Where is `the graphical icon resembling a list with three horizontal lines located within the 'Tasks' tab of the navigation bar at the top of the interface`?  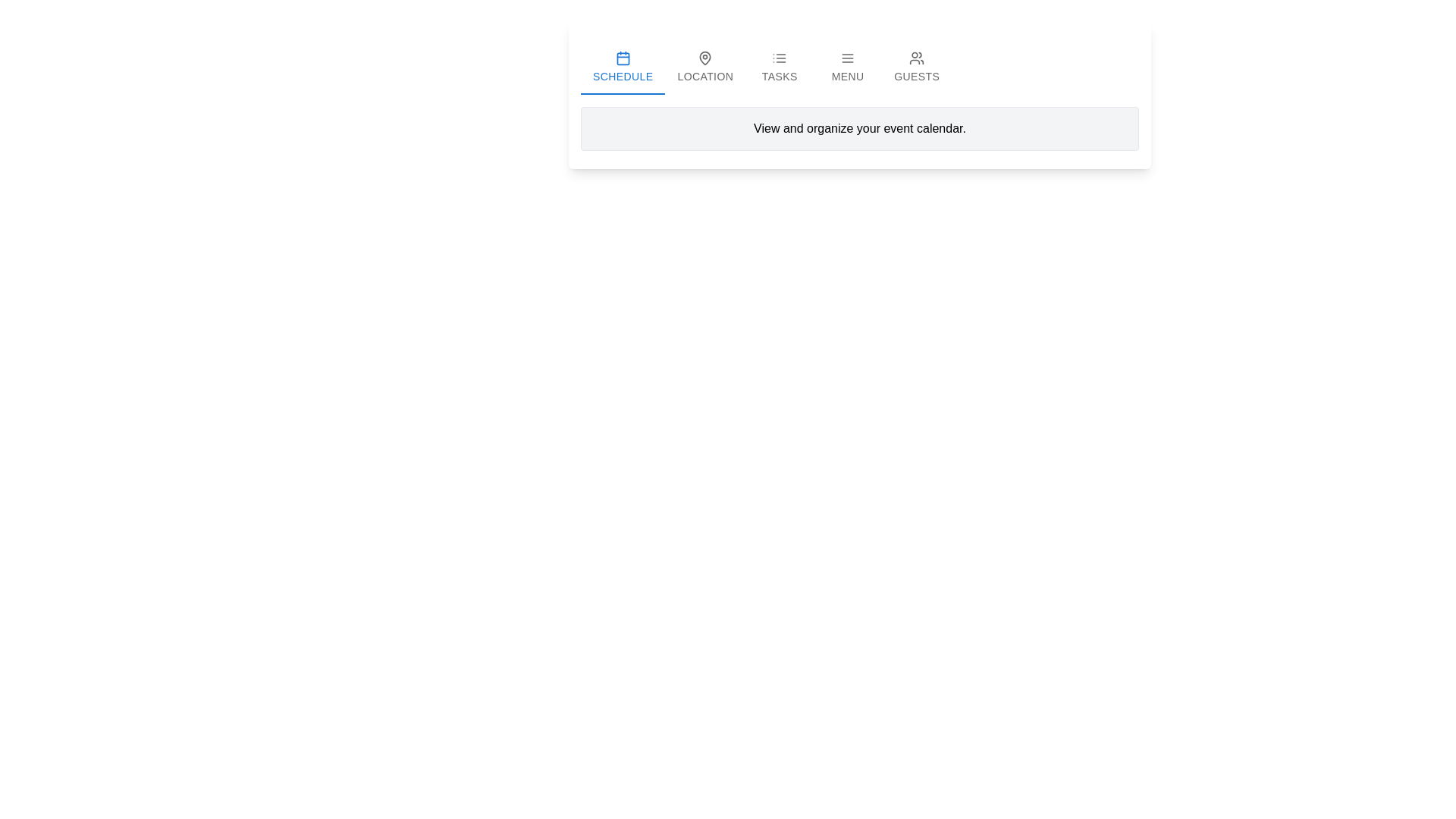 the graphical icon resembling a list with three horizontal lines located within the 'Tasks' tab of the navigation bar at the top of the interface is located at coordinates (780, 58).